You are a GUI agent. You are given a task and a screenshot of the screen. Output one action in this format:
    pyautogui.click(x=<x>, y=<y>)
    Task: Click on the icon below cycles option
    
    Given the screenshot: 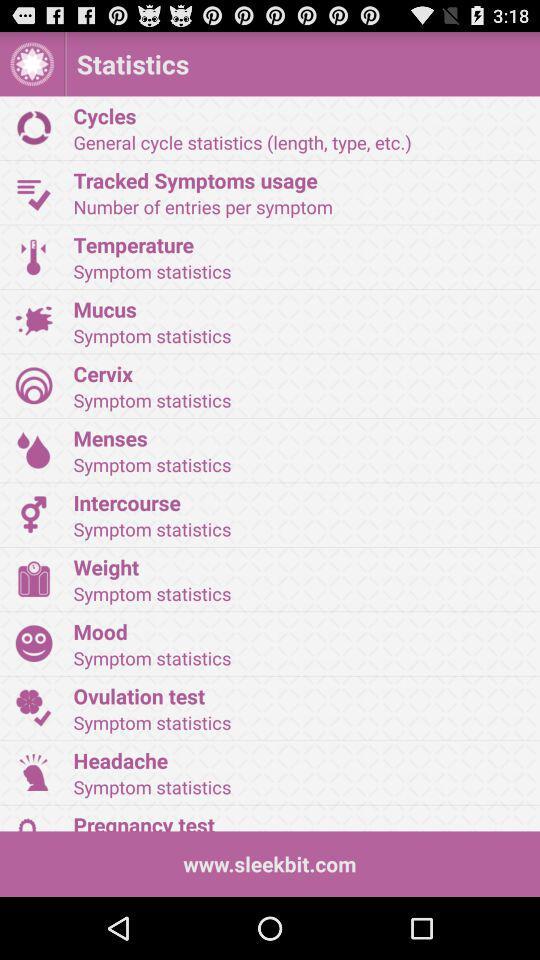 What is the action you would take?
    pyautogui.click(x=33, y=192)
    